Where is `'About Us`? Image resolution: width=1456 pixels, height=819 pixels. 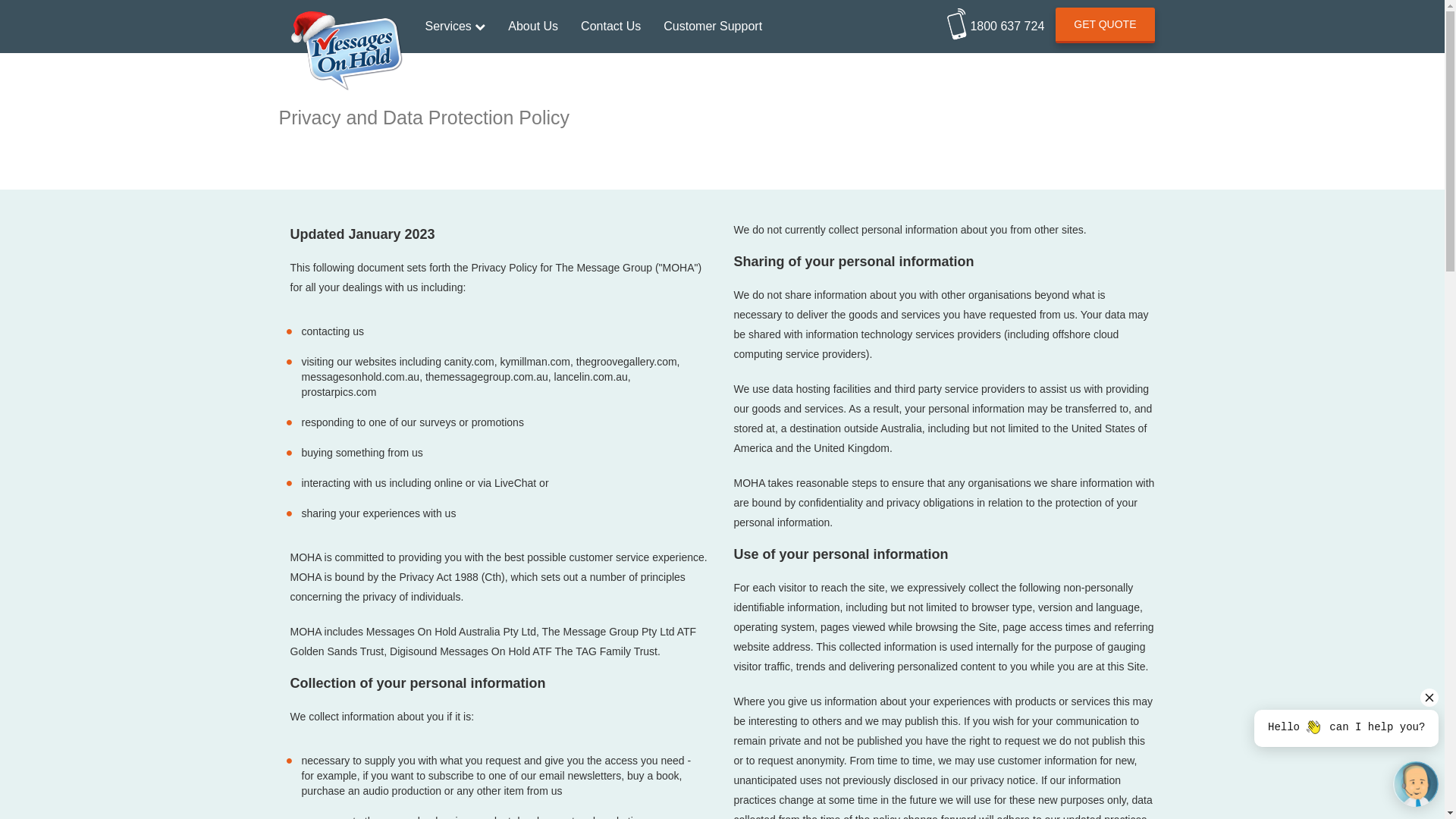
'About Us is located at coordinates (532, 26).